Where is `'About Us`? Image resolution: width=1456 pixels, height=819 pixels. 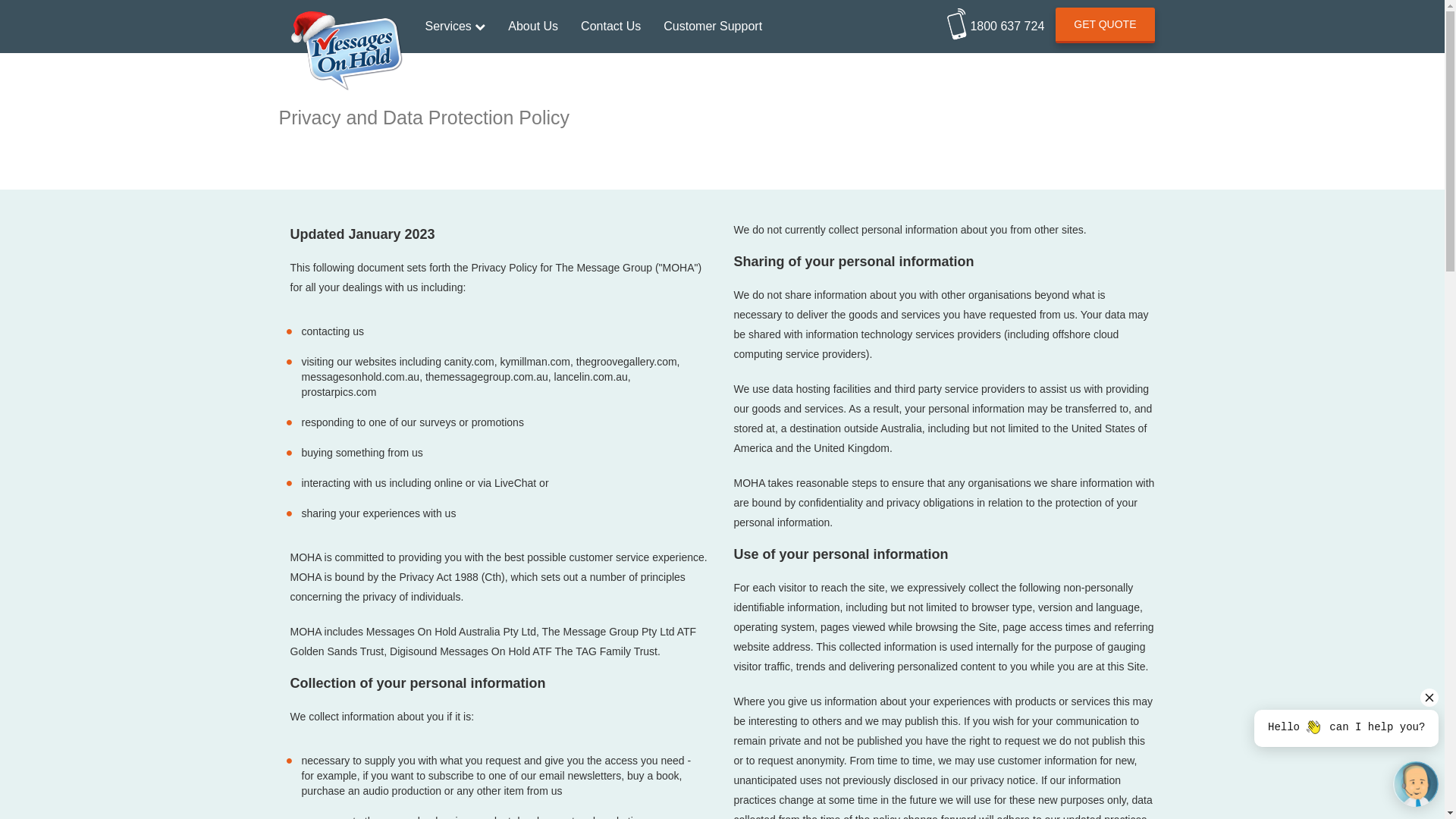
'About Us is located at coordinates (532, 26).